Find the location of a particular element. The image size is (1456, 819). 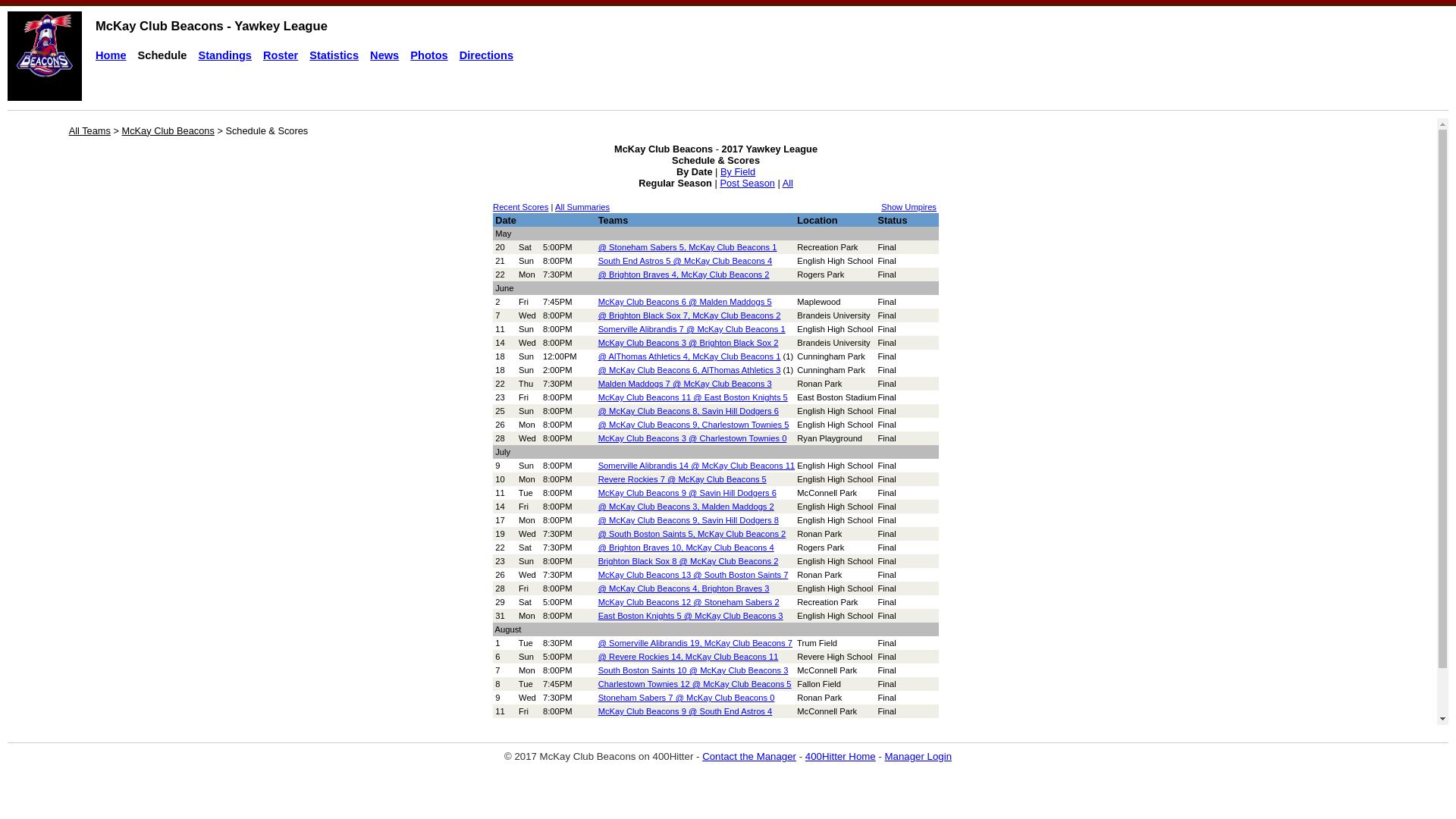

'News' is located at coordinates (384, 55).